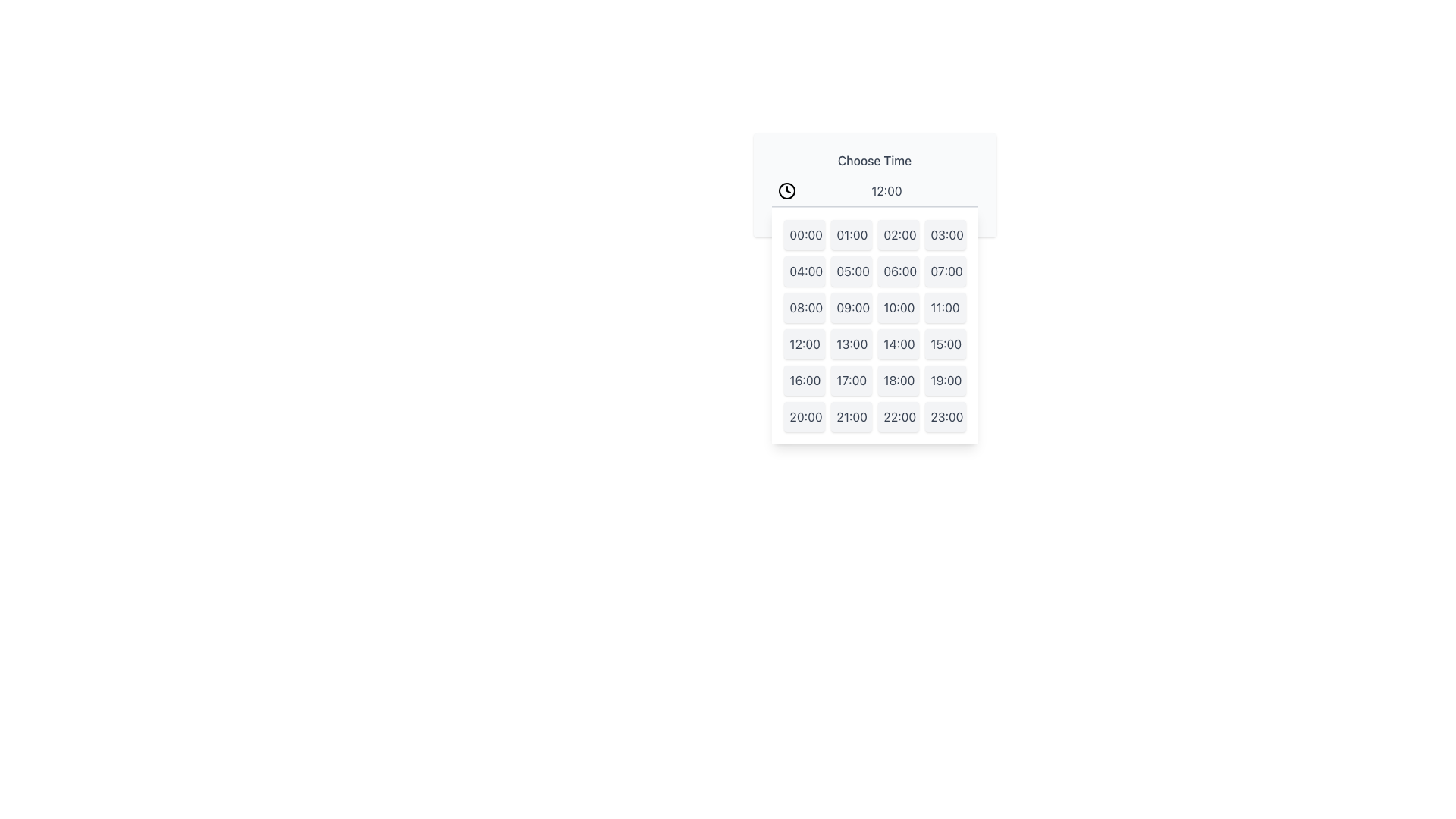 This screenshot has height=819, width=1456. Describe the element at coordinates (944, 271) in the screenshot. I see `the button in the grid menu` at that location.